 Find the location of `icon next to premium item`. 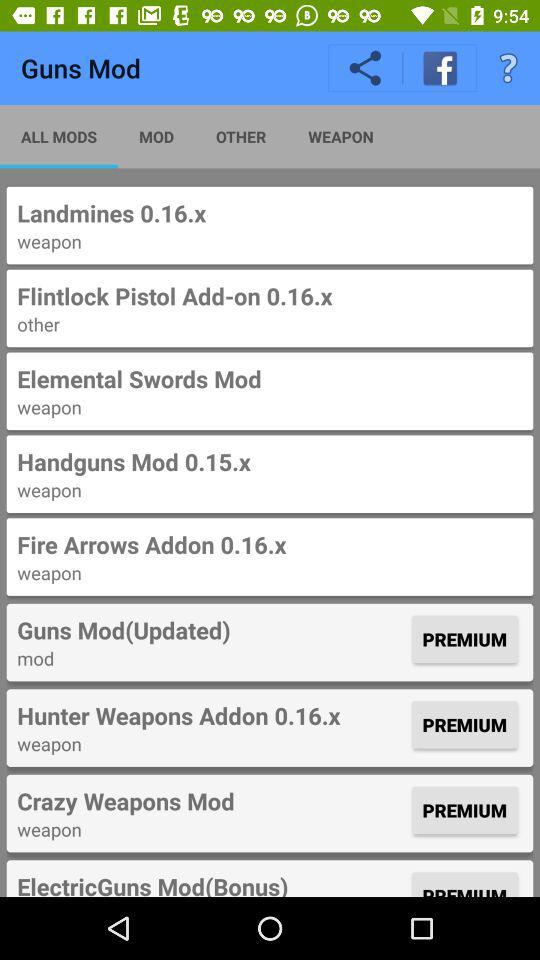

icon next to premium item is located at coordinates (211, 715).